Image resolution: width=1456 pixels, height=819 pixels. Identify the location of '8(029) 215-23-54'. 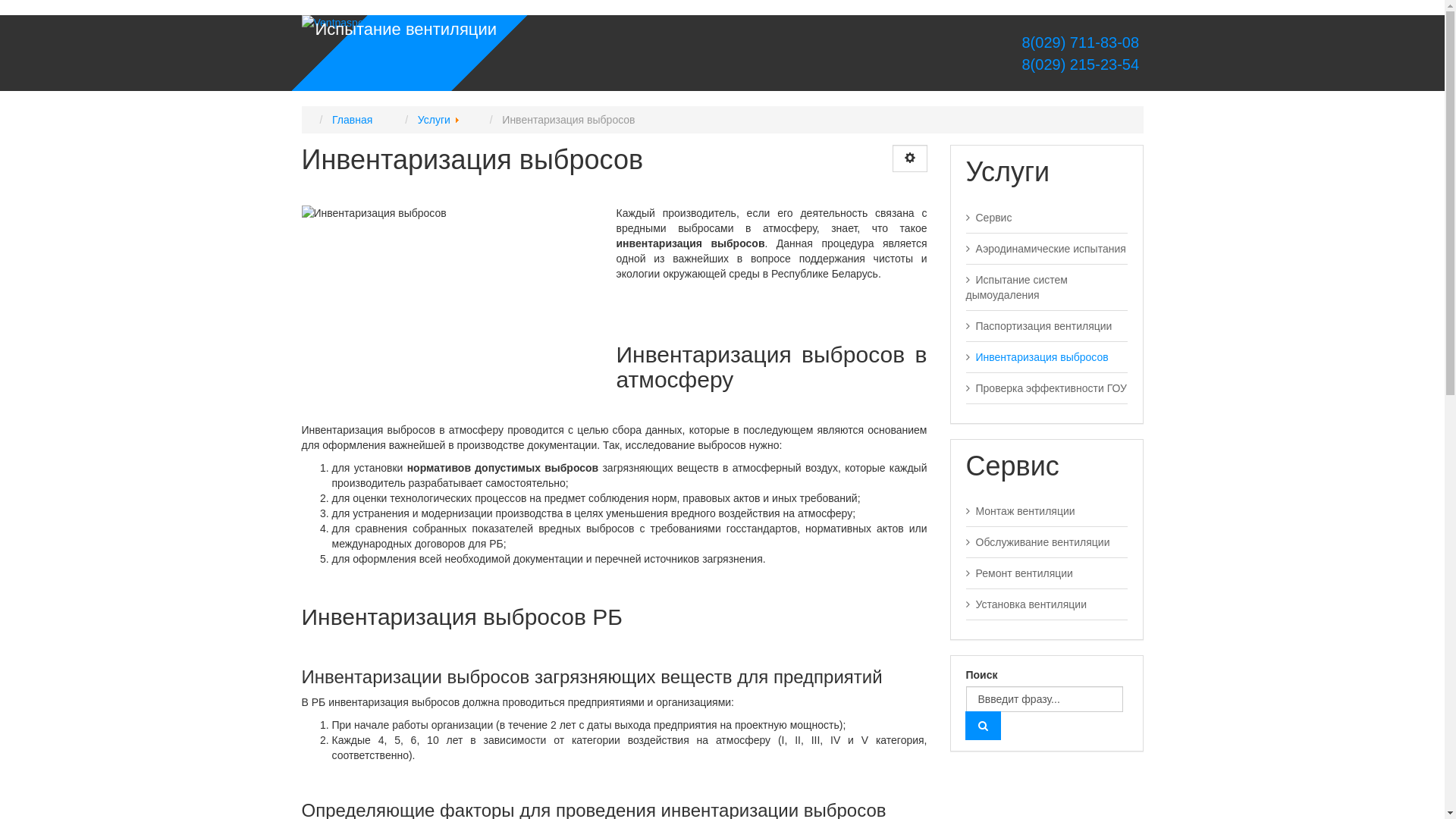
(1022, 63).